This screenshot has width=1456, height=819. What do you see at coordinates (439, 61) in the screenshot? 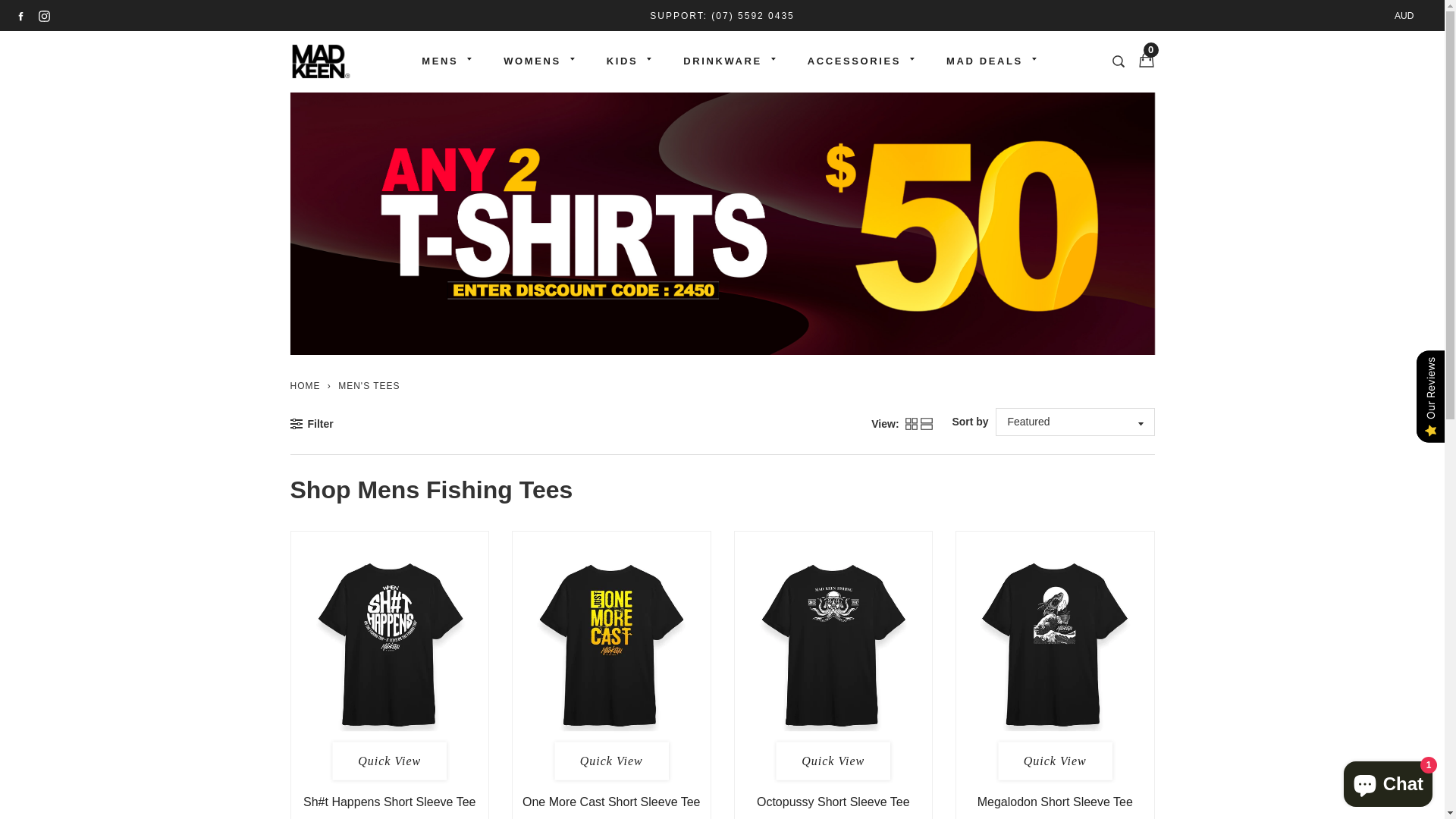
I see `'MENS'` at bounding box center [439, 61].